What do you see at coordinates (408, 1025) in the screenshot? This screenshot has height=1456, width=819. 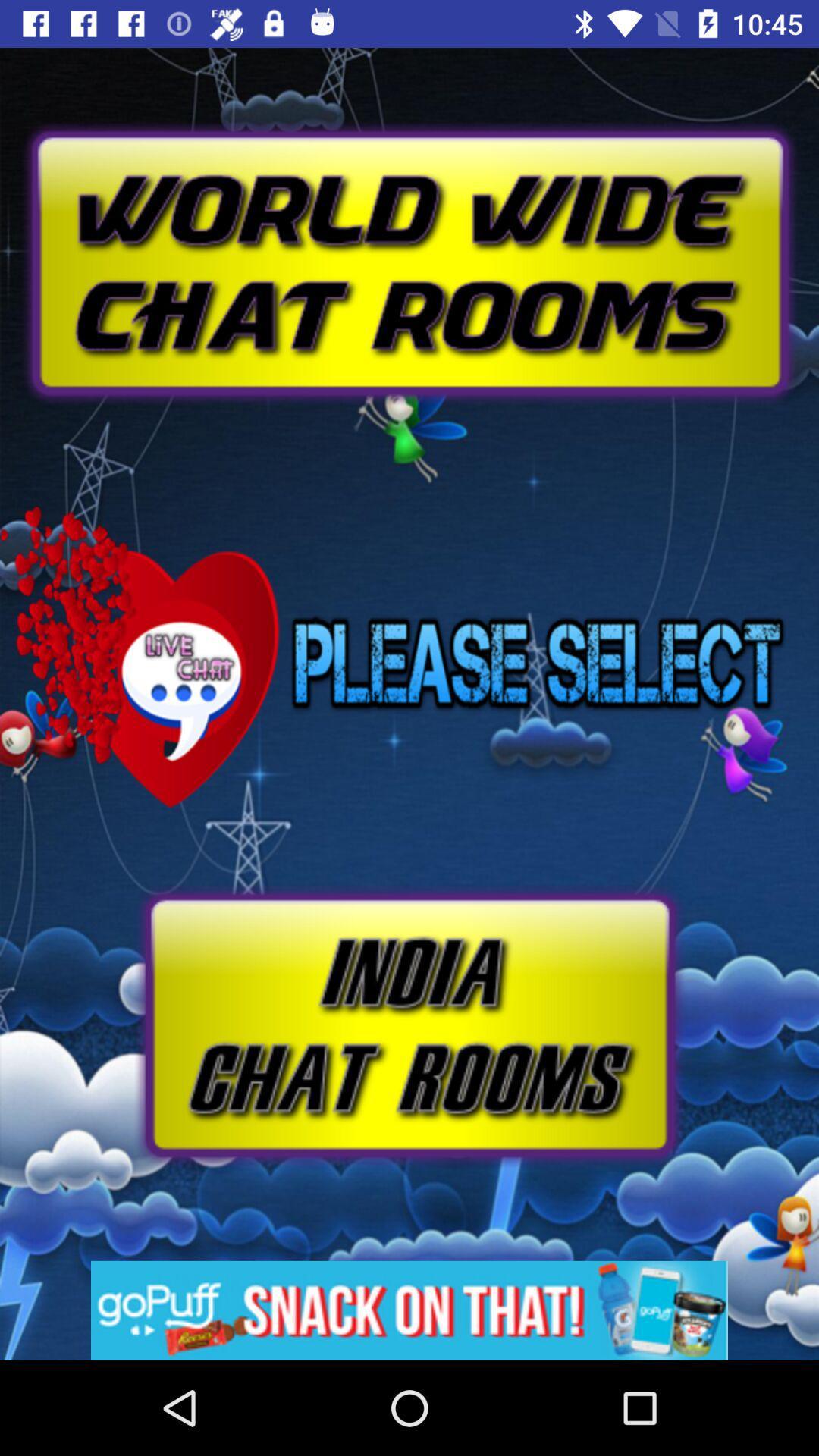 I see `game` at bounding box center [408, 1025].